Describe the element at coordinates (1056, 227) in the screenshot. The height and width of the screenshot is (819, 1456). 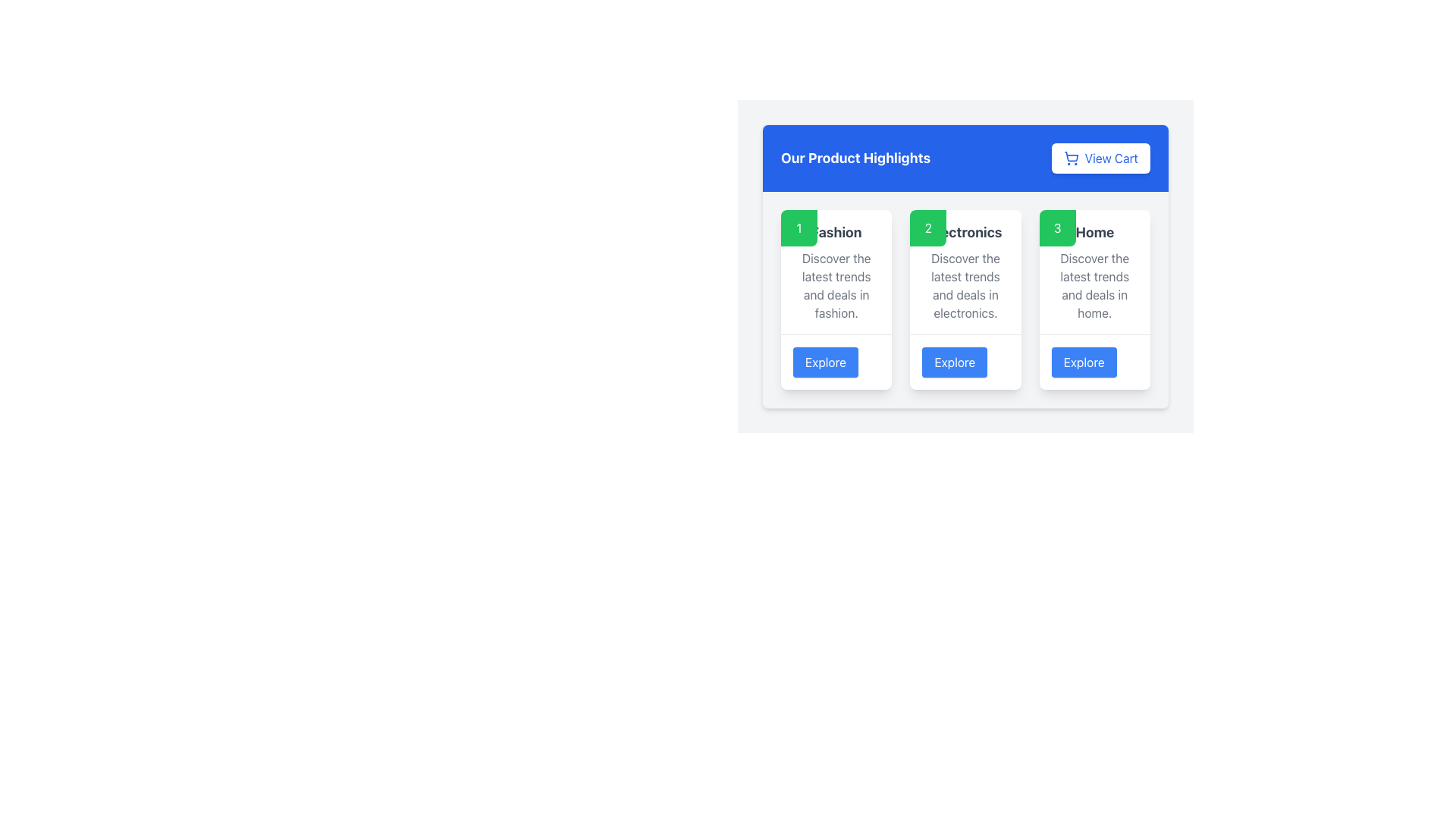
I see `the green badge displaying the number '3' located in the top-left corner of the 'Home' card` at that location.